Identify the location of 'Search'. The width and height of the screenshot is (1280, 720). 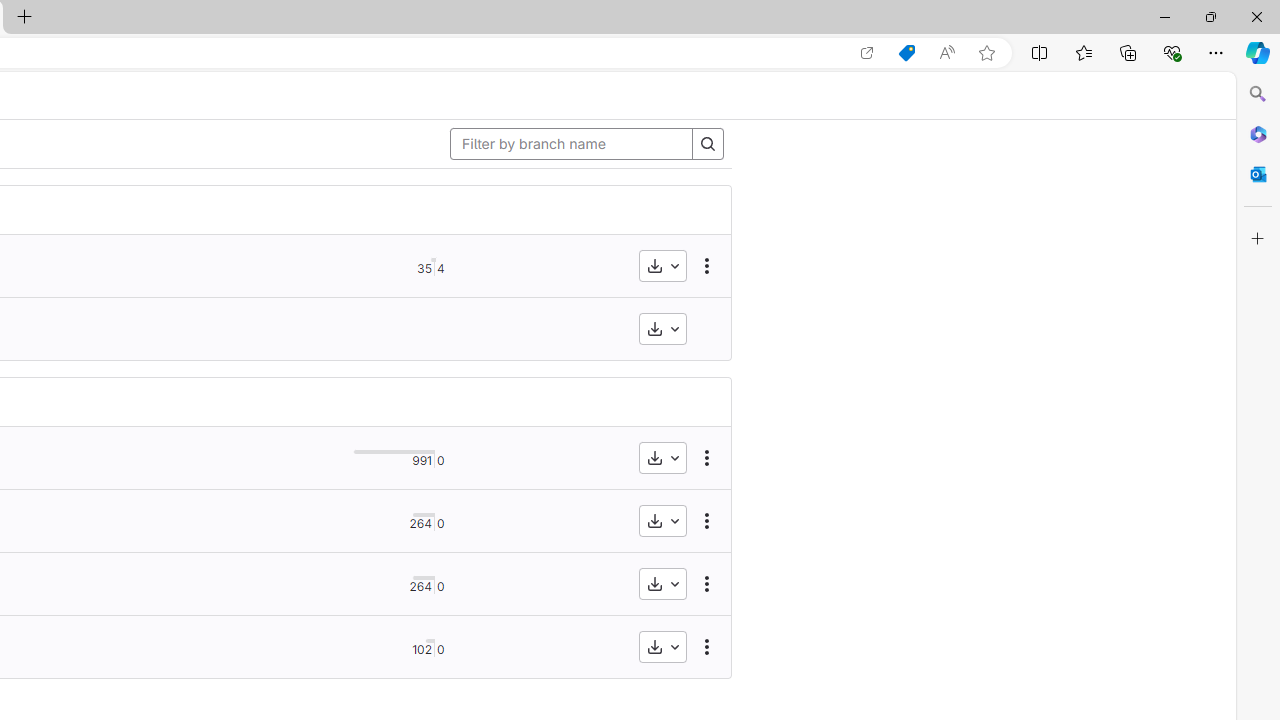
(1257, 94).